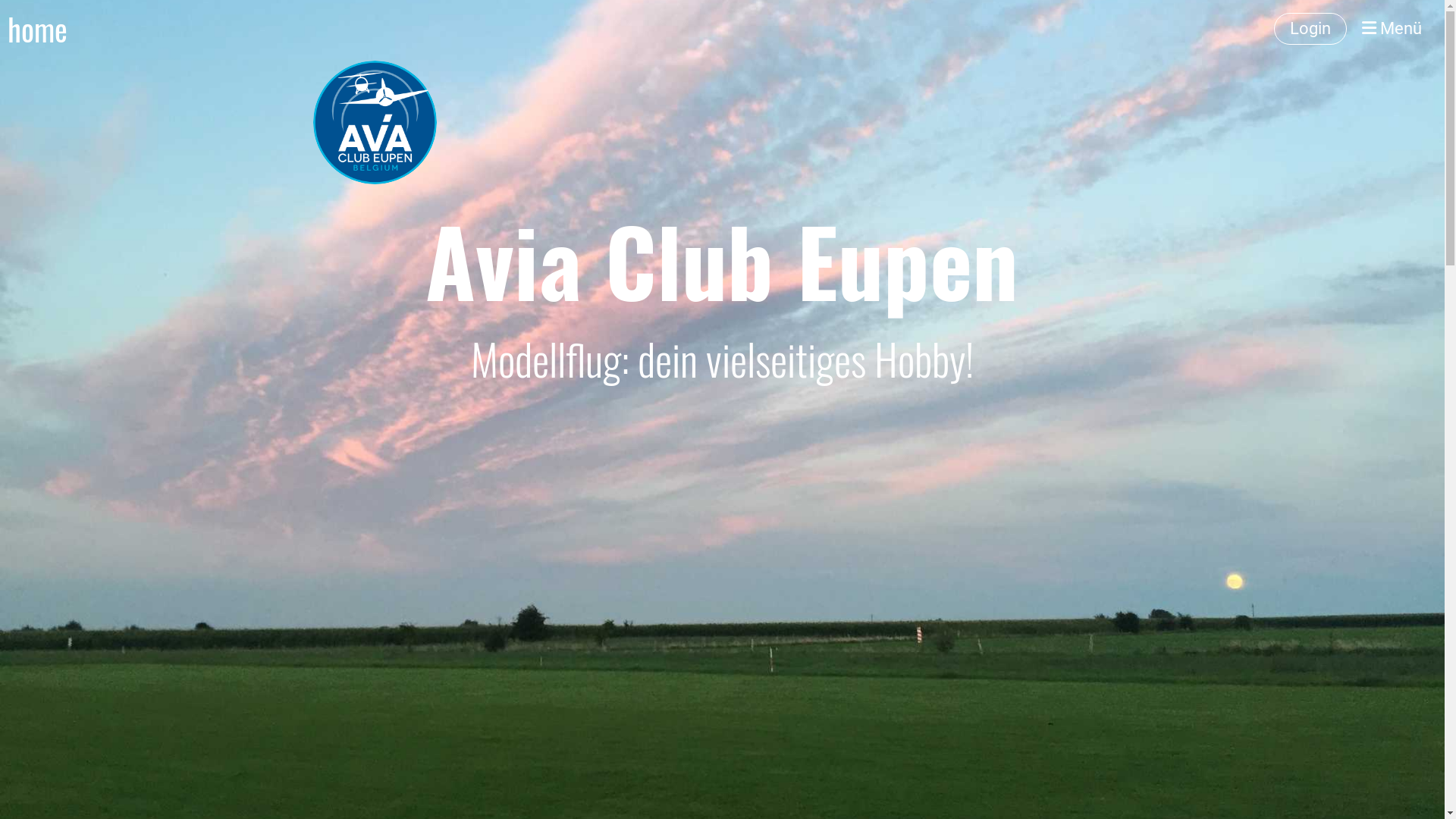 The image size is (1456, 819). Describe the element at coordinates (1310, 29) in the screenshot. I see `'Login'` at that location.